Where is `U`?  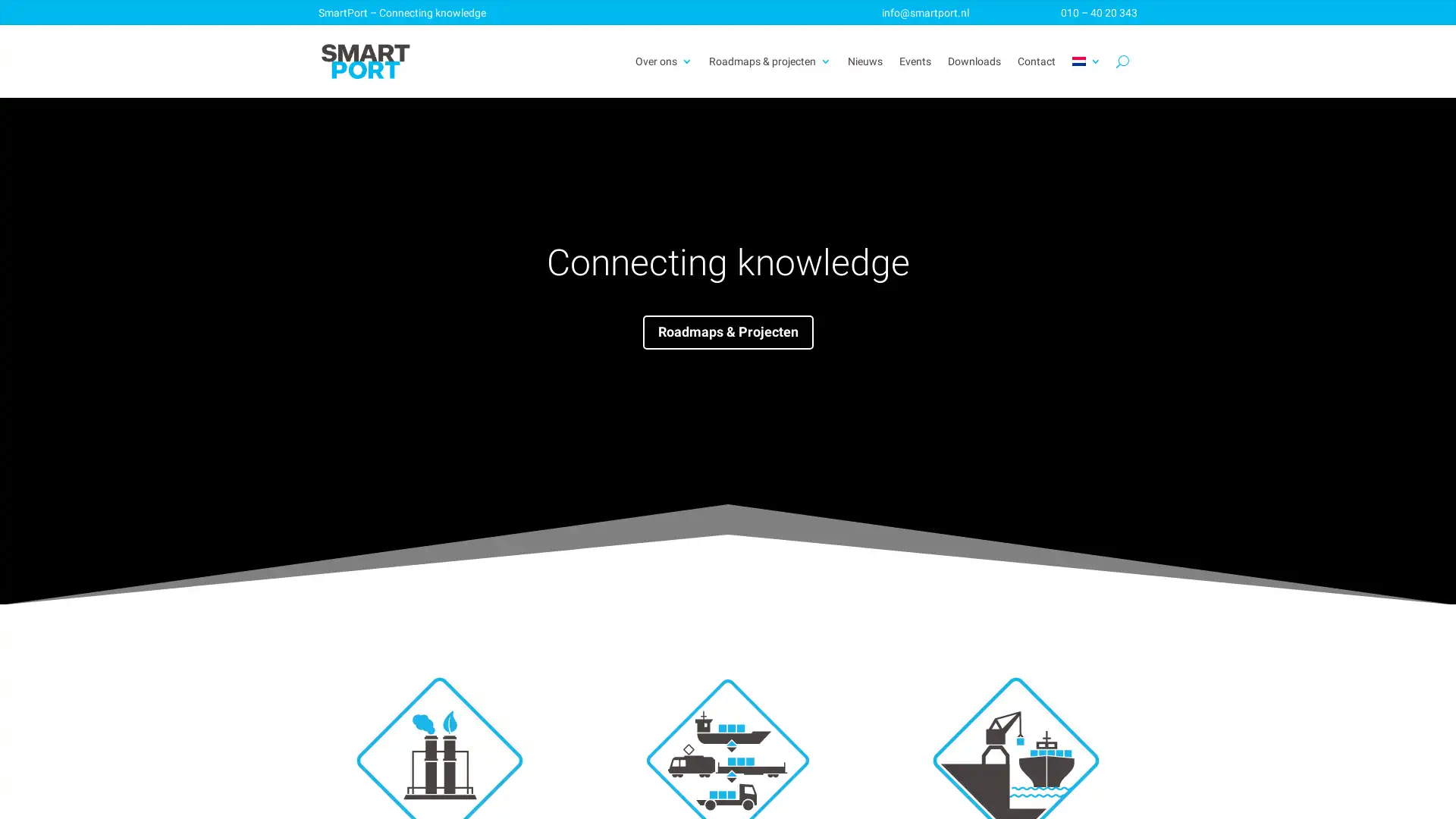 U is located at coordinates (1122, 61).